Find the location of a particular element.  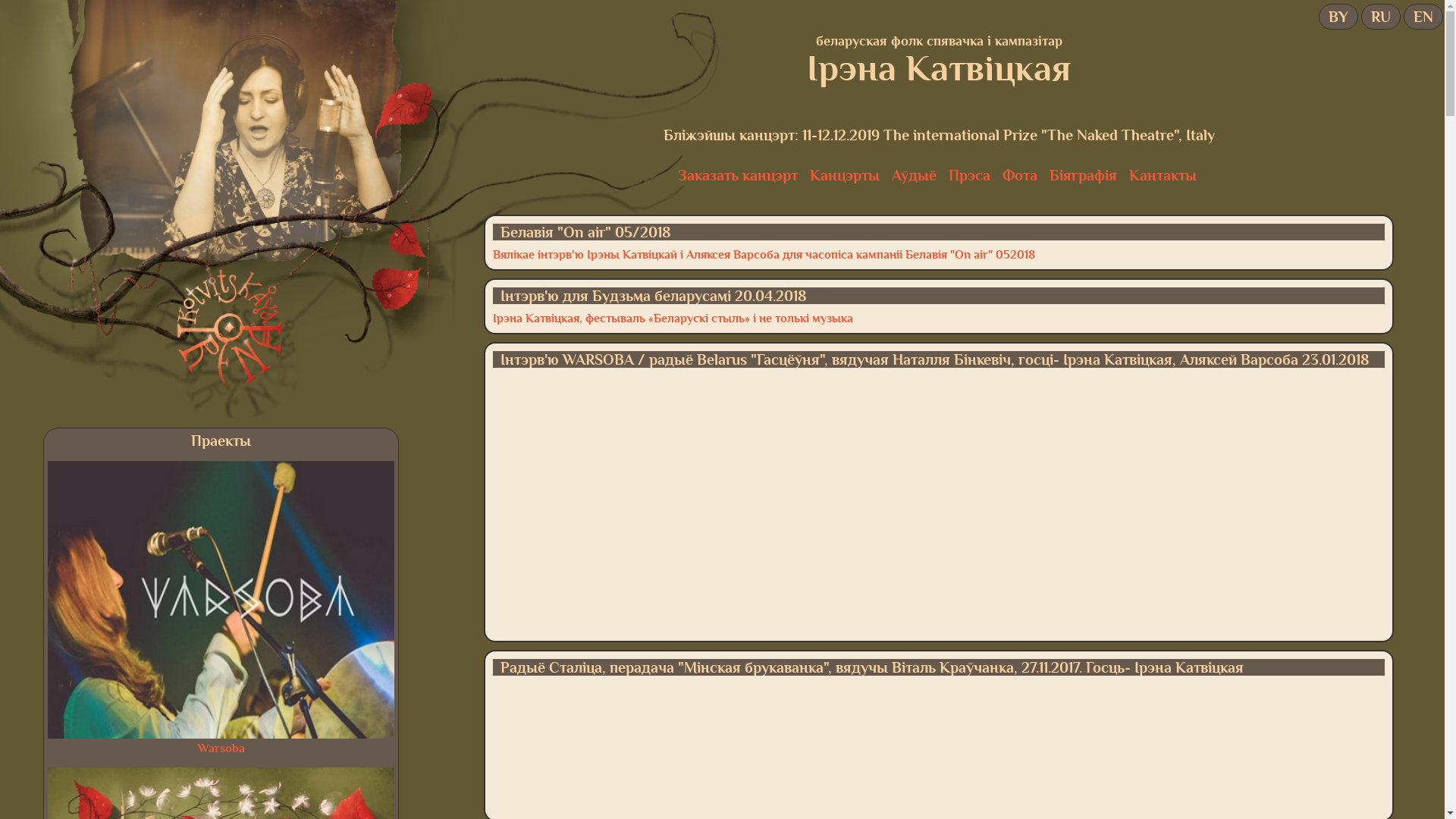

'Warsoba' is located at coordinates (196, 748).